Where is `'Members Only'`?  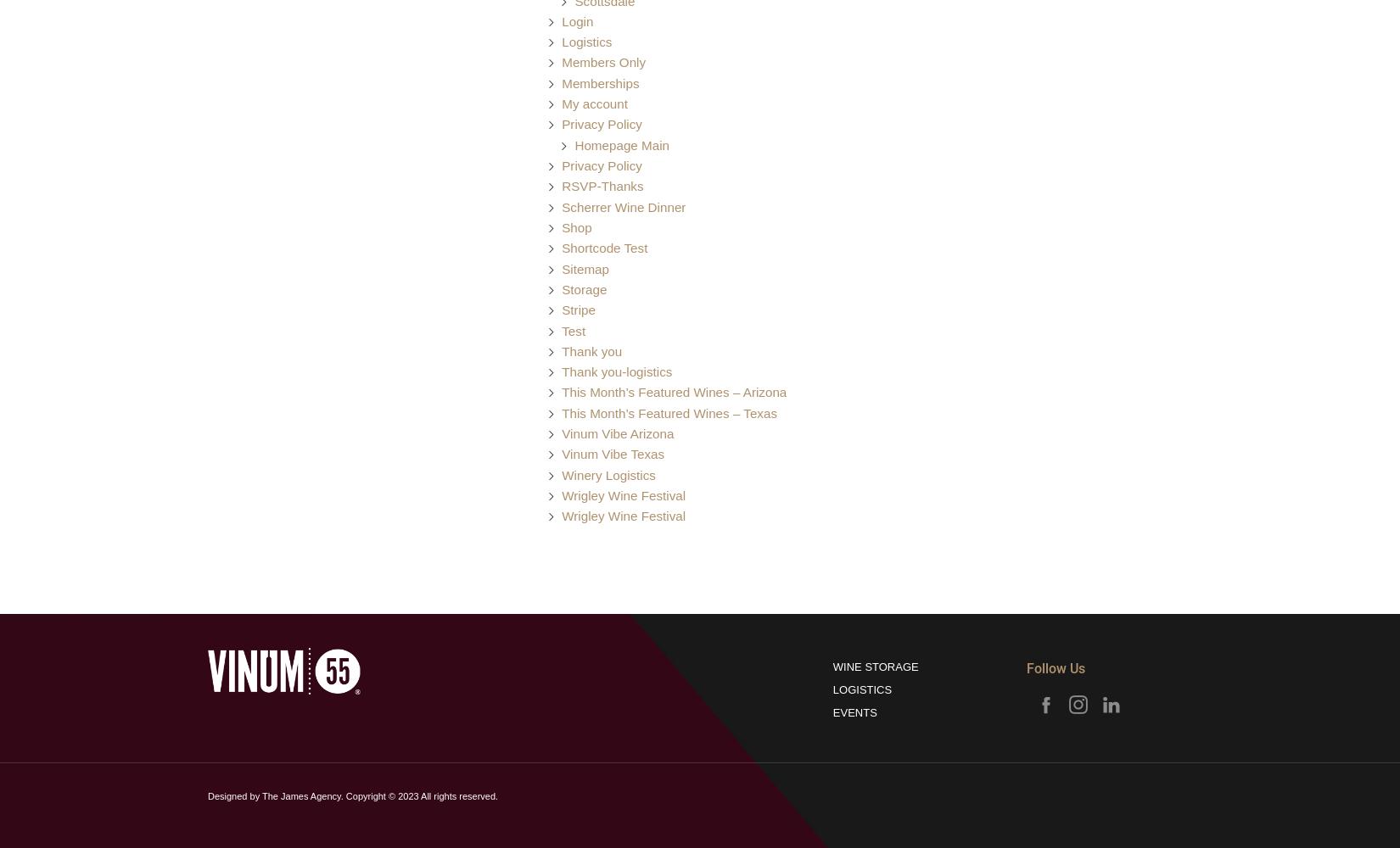 'Members Only' is located at coordinates (560, 61).